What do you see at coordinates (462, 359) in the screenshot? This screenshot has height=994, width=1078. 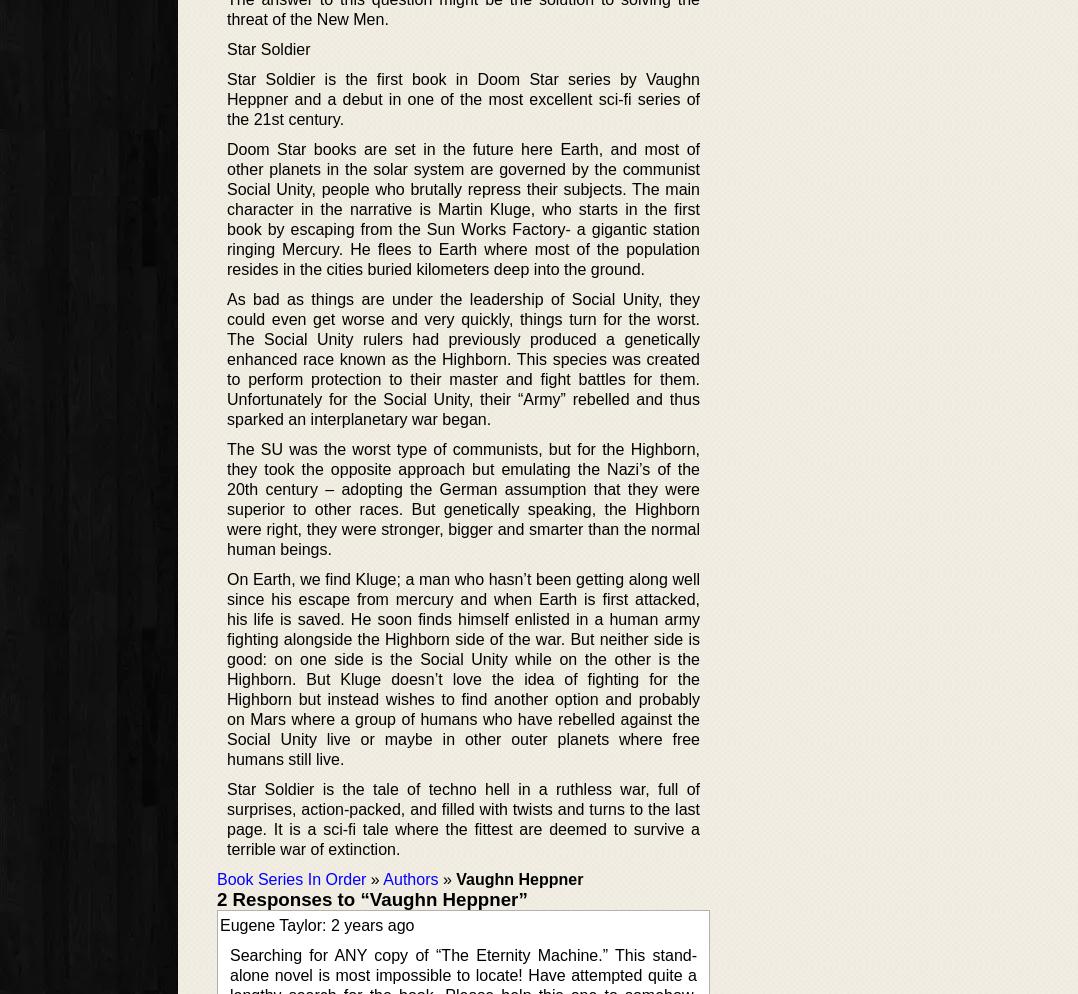 I see `'As bad as things are under the leadership of Social Unity, they could even get worse and very quickly, things turn for the worst. The Social Unity rulers had previously produced a genetically enhanced race known as the Highborn. This species was created to perform protection to their master and fight battles for them. Unfortunately for the Social Unity, their “Army” rebelled and thus sparked an interplanetary war began.'` at bounding box center [462, 359].